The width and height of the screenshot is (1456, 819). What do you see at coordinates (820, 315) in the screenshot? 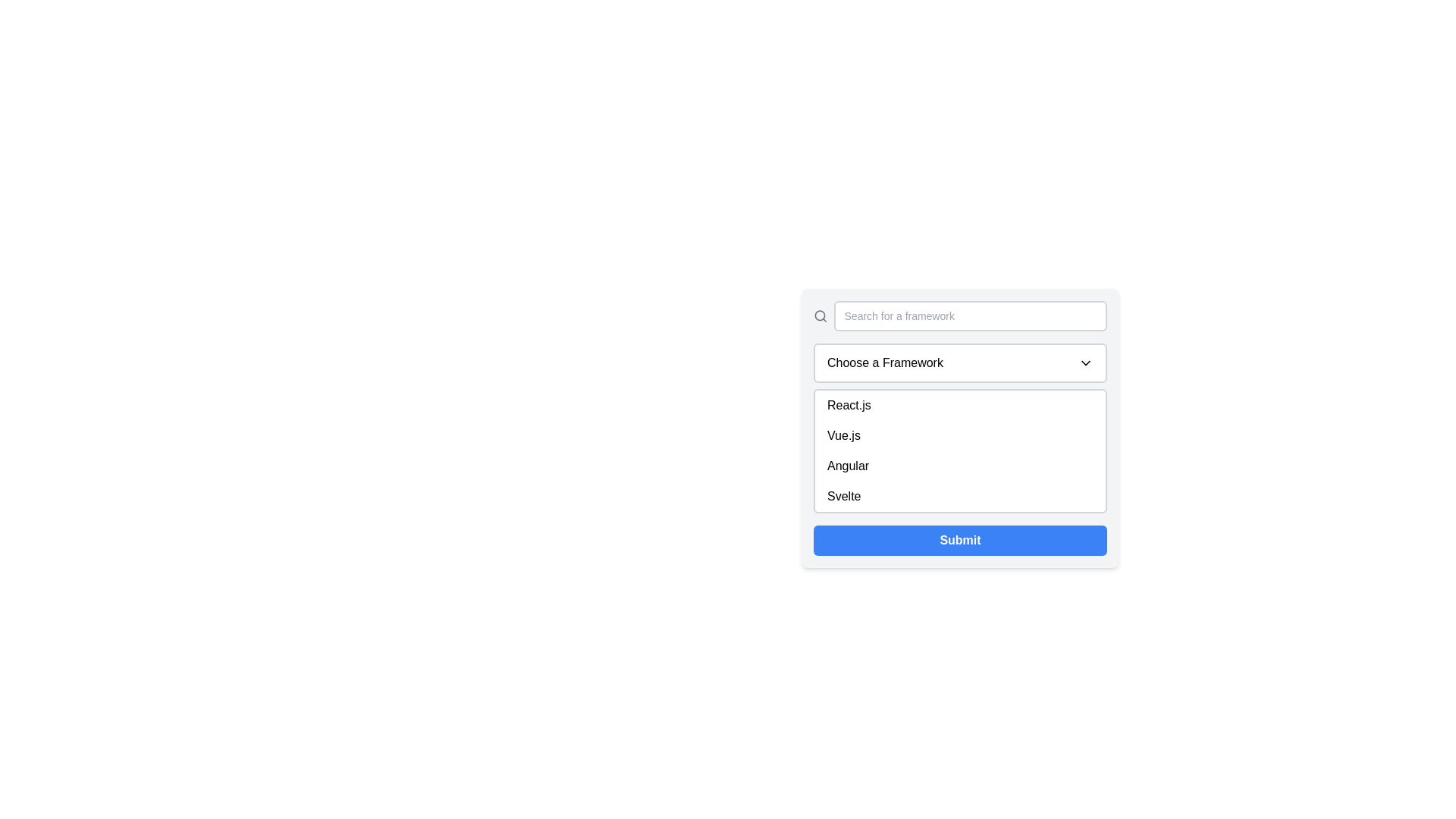
I see `the search icon located to the far left, which is positioned before the text input box labeled 'Search for a framework'` at bounding box center [820, 315].